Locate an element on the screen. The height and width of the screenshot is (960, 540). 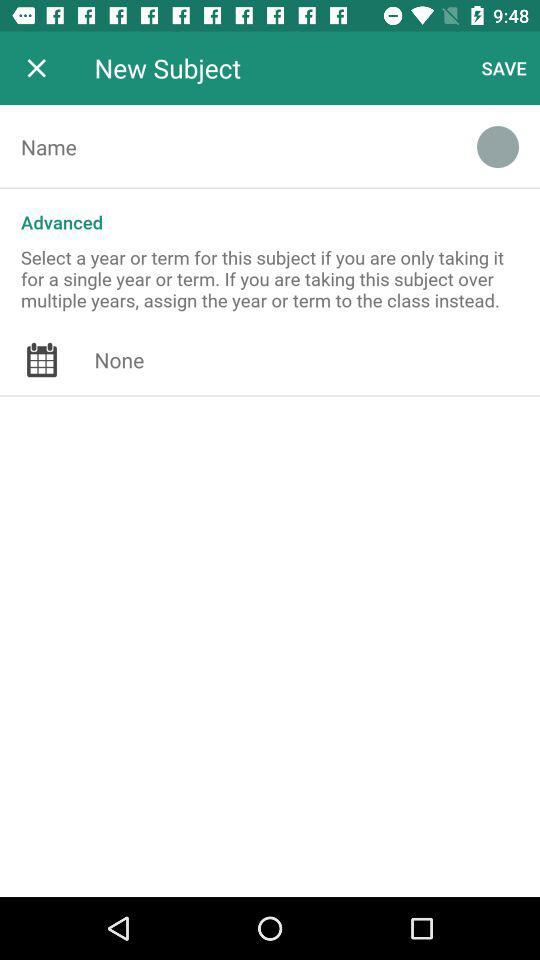
date from calendar is located at coordinates (317, 360).